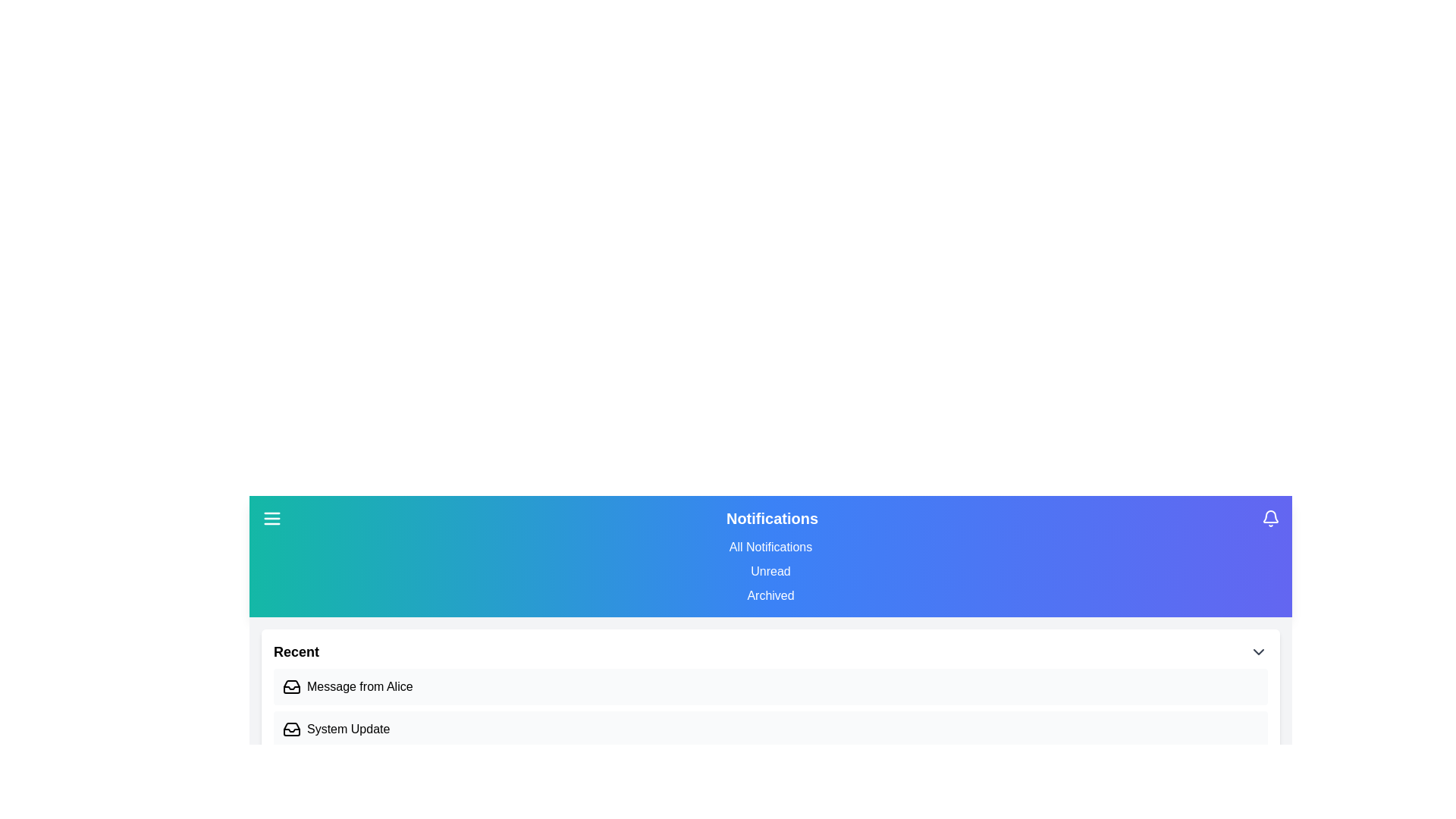 The height and width of the screenshot is (819, 1456). I want to click on the 'All Notifications' link to view all notifications, so click(770, 547).